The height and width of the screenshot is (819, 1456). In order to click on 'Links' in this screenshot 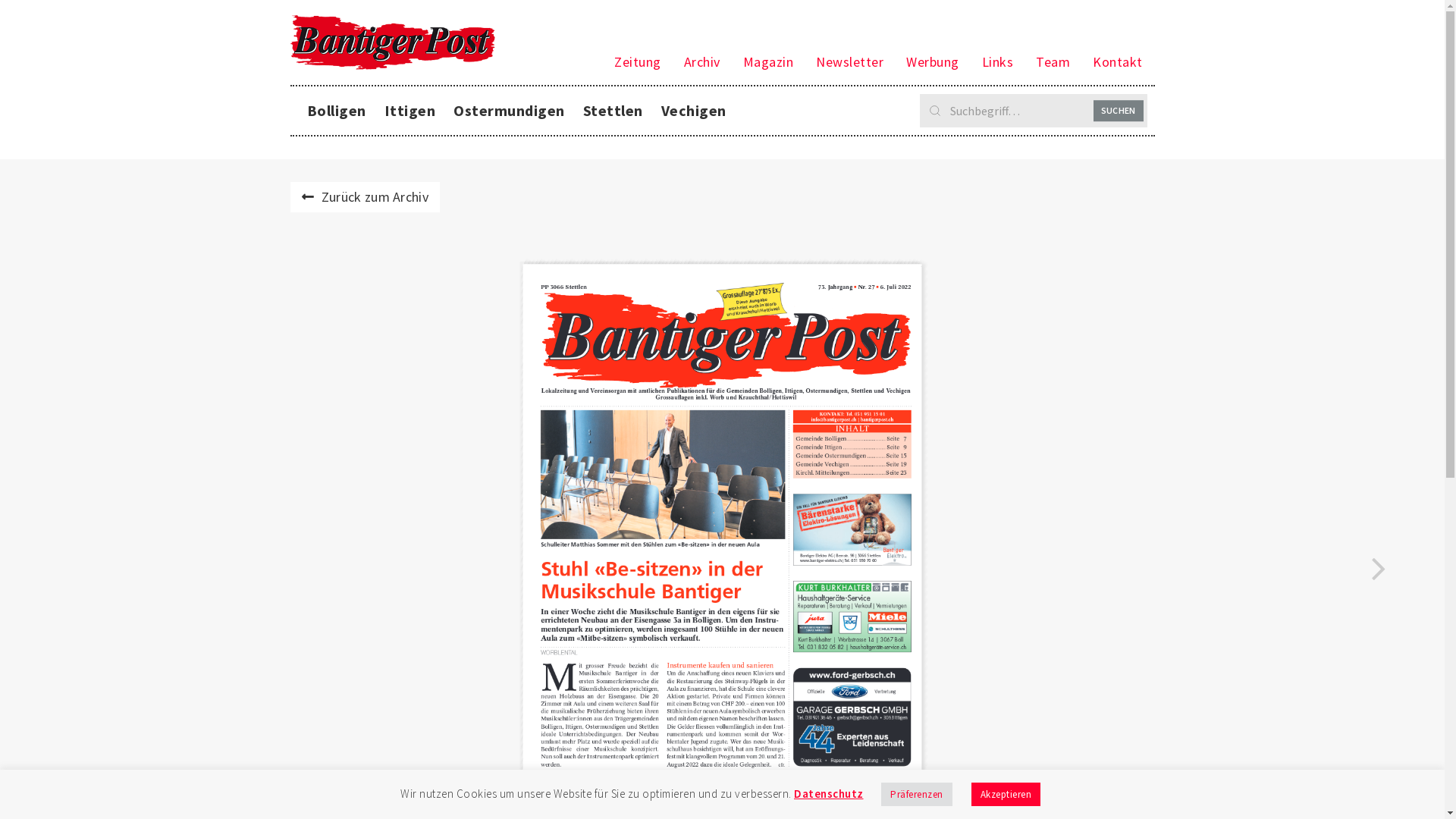, I will do `click(997, 61)`.